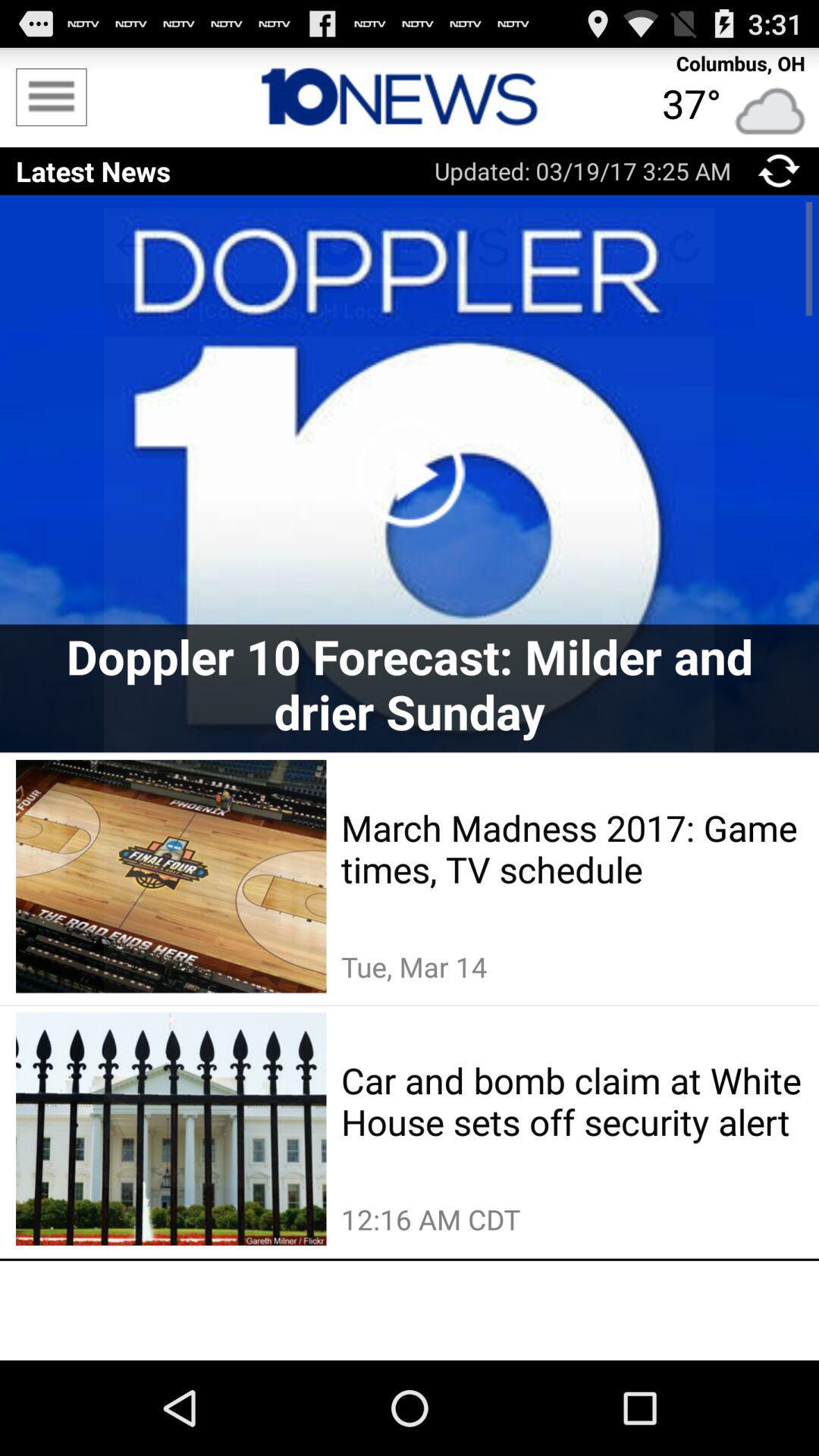  I want to click on the item above 12 16 am item, so click(572, 1100).